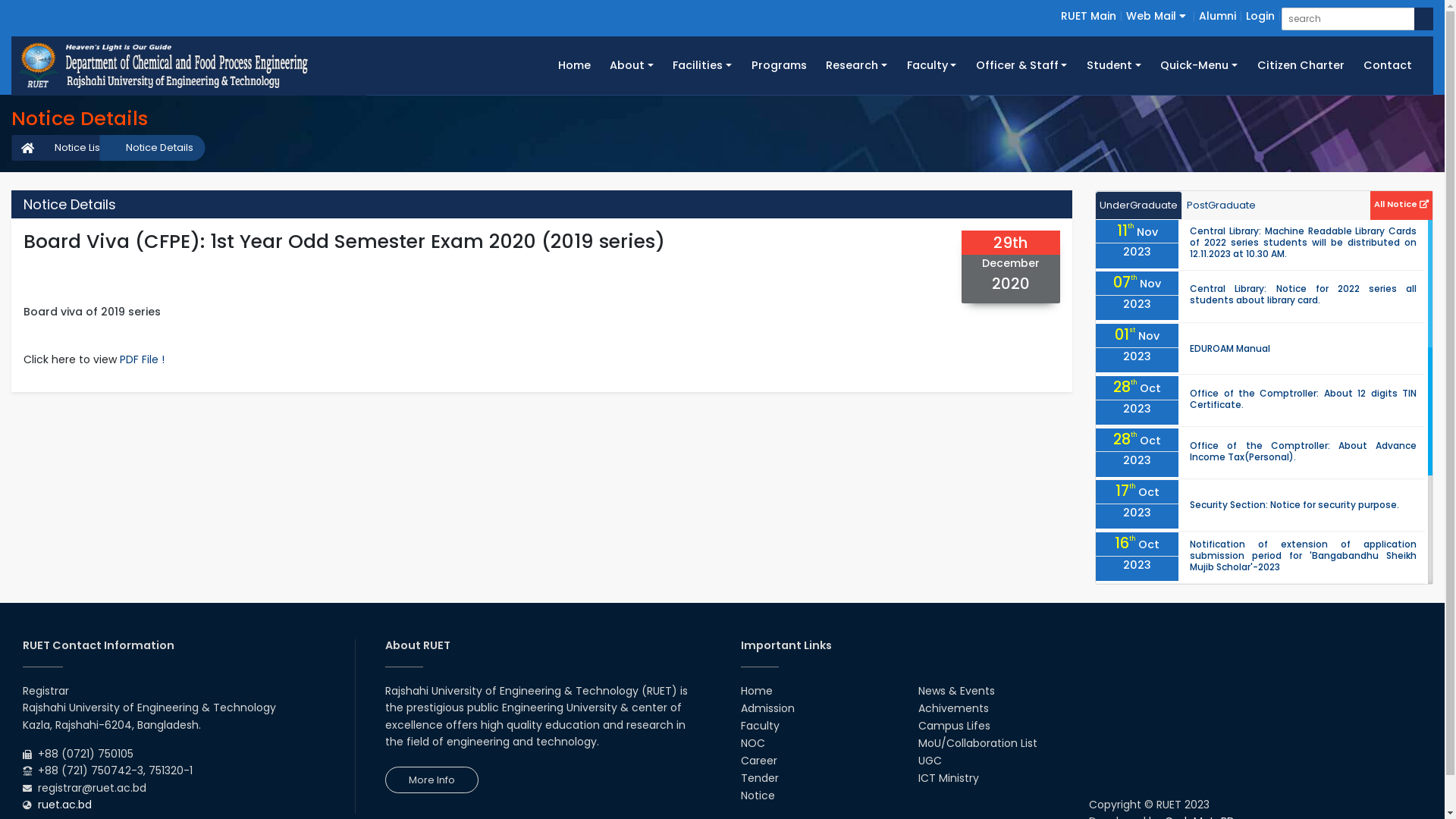 The height and width of the screenshot is (819, 1456). What do you see at coordinates (767, 708) in the screenshot?
I see `'Admission'` at bounding box center [767, 708].